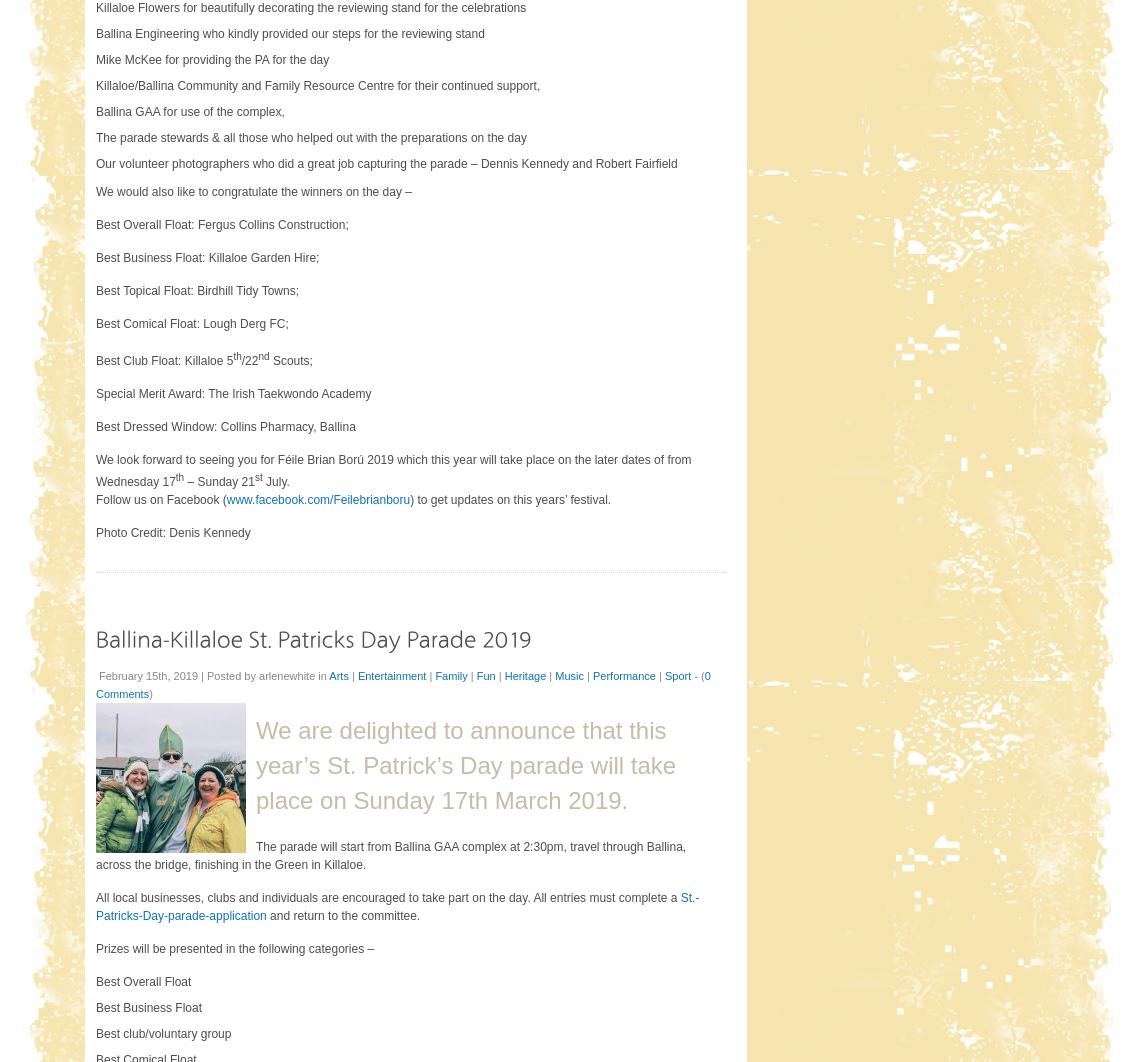  Describe the element at coordinates (94, 84) in the screenshot. I see `'Killaloe/Ballina Community and Family Resource Centre for their continued support,'` at that location.